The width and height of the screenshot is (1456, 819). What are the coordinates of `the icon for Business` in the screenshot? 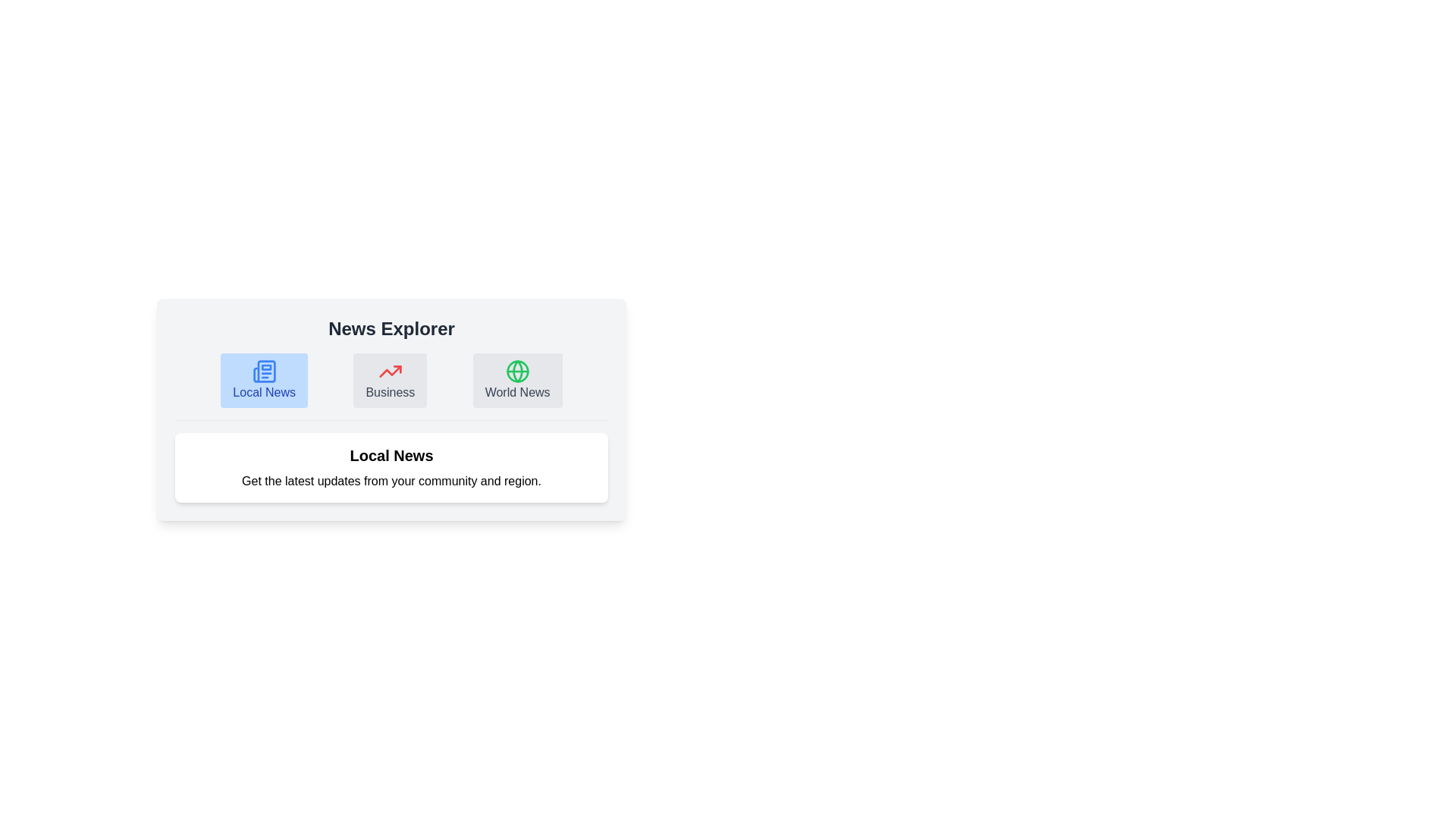 It's located at (390, 379).